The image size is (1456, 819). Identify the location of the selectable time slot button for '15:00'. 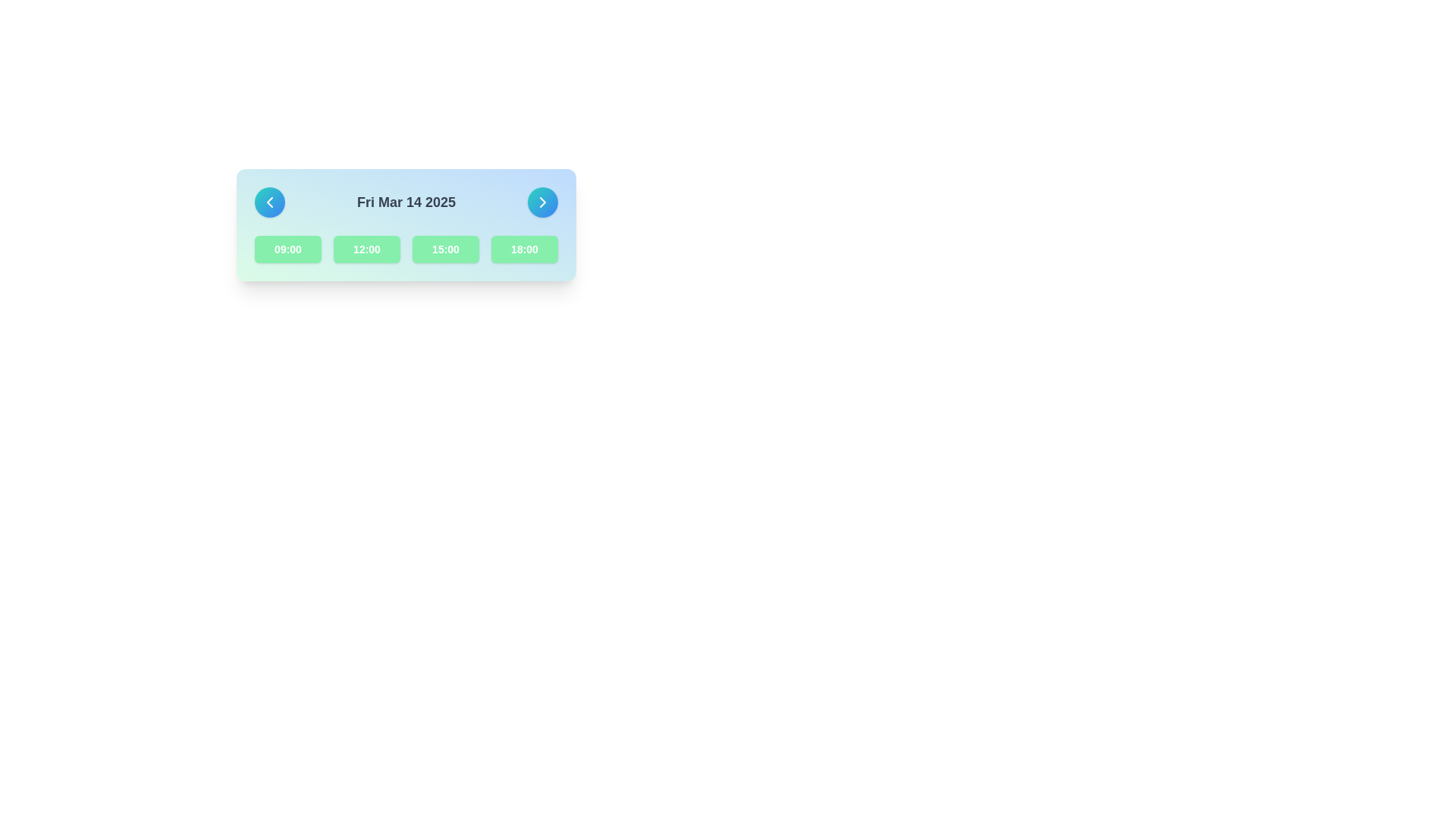
(406, 248).